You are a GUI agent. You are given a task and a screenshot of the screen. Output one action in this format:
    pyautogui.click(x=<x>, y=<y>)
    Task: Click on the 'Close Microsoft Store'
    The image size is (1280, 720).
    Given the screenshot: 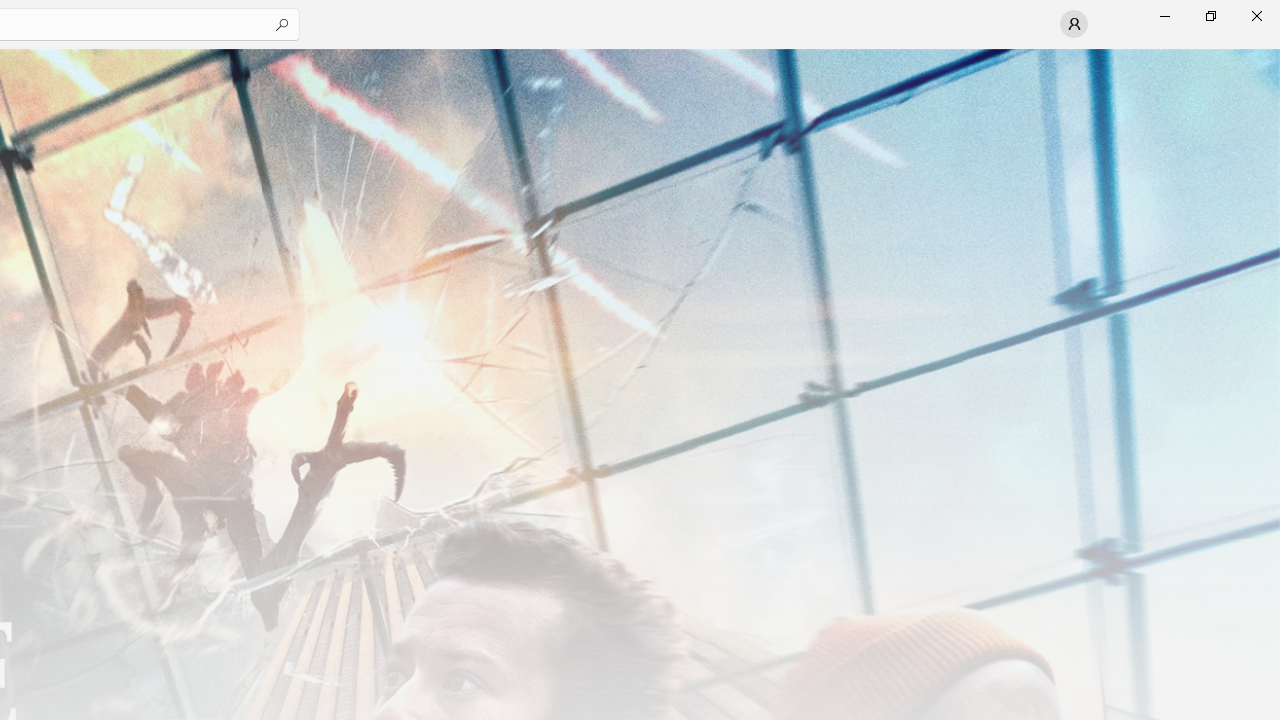 What is the action you would take?
    pyautogui.click(x=1255, y=15)
    